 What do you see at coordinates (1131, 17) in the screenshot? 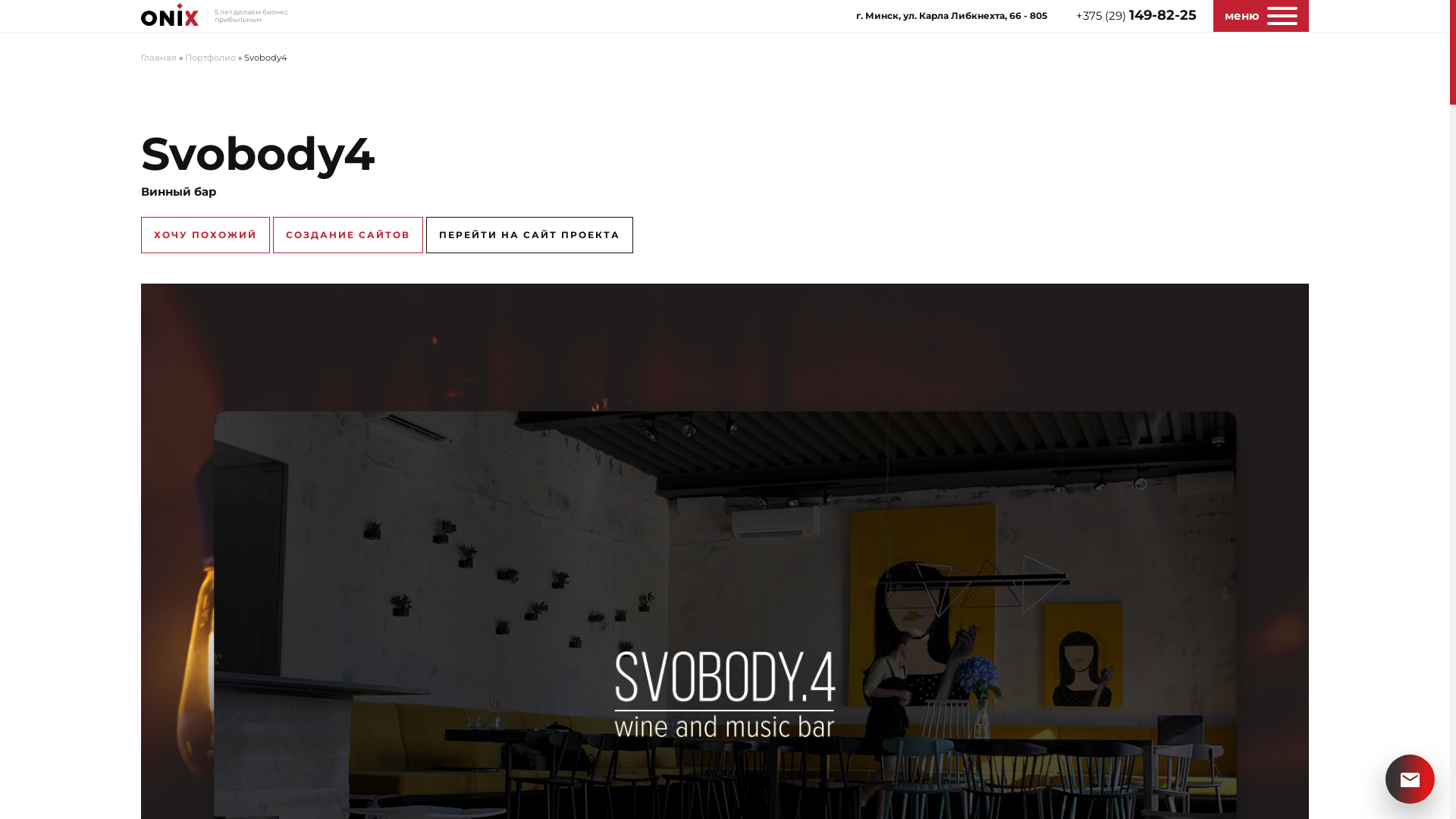
I see `'+375 (29) 149-82-25'` at bounding box center [1131, 17].